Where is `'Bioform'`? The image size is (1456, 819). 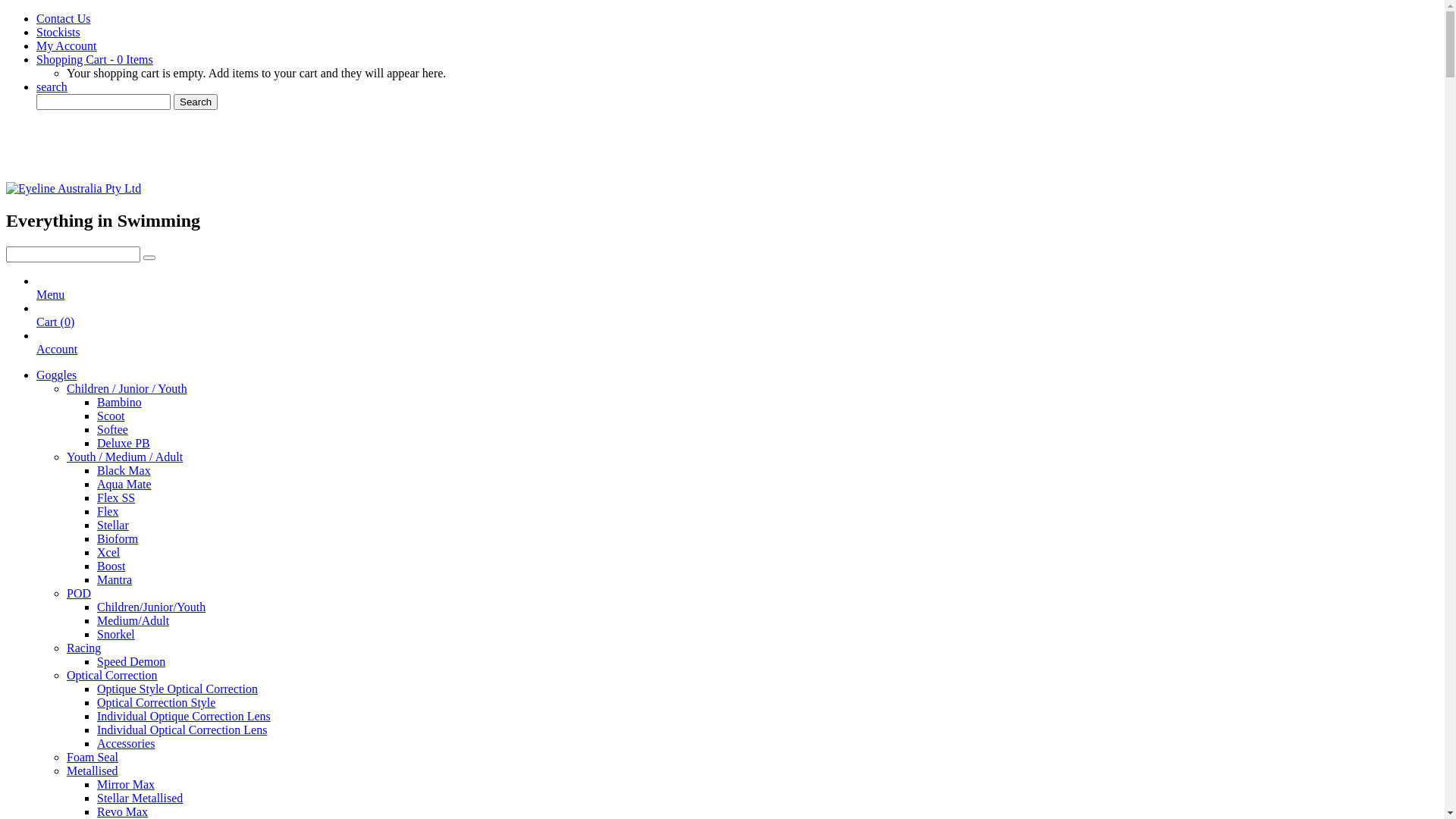 'Bioform' is located at coordinates (116, 538).